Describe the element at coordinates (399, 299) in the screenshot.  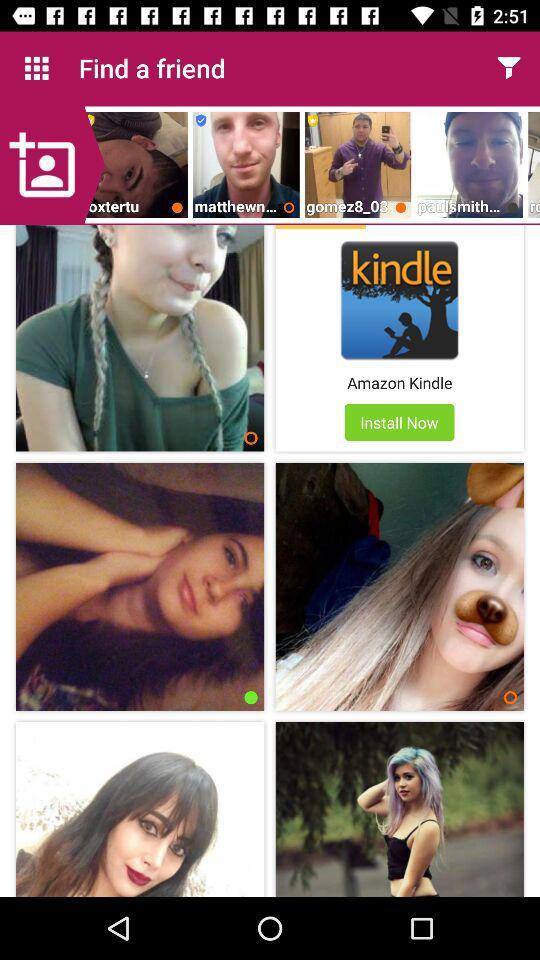
I see `the icon below sponsored item` at that location.